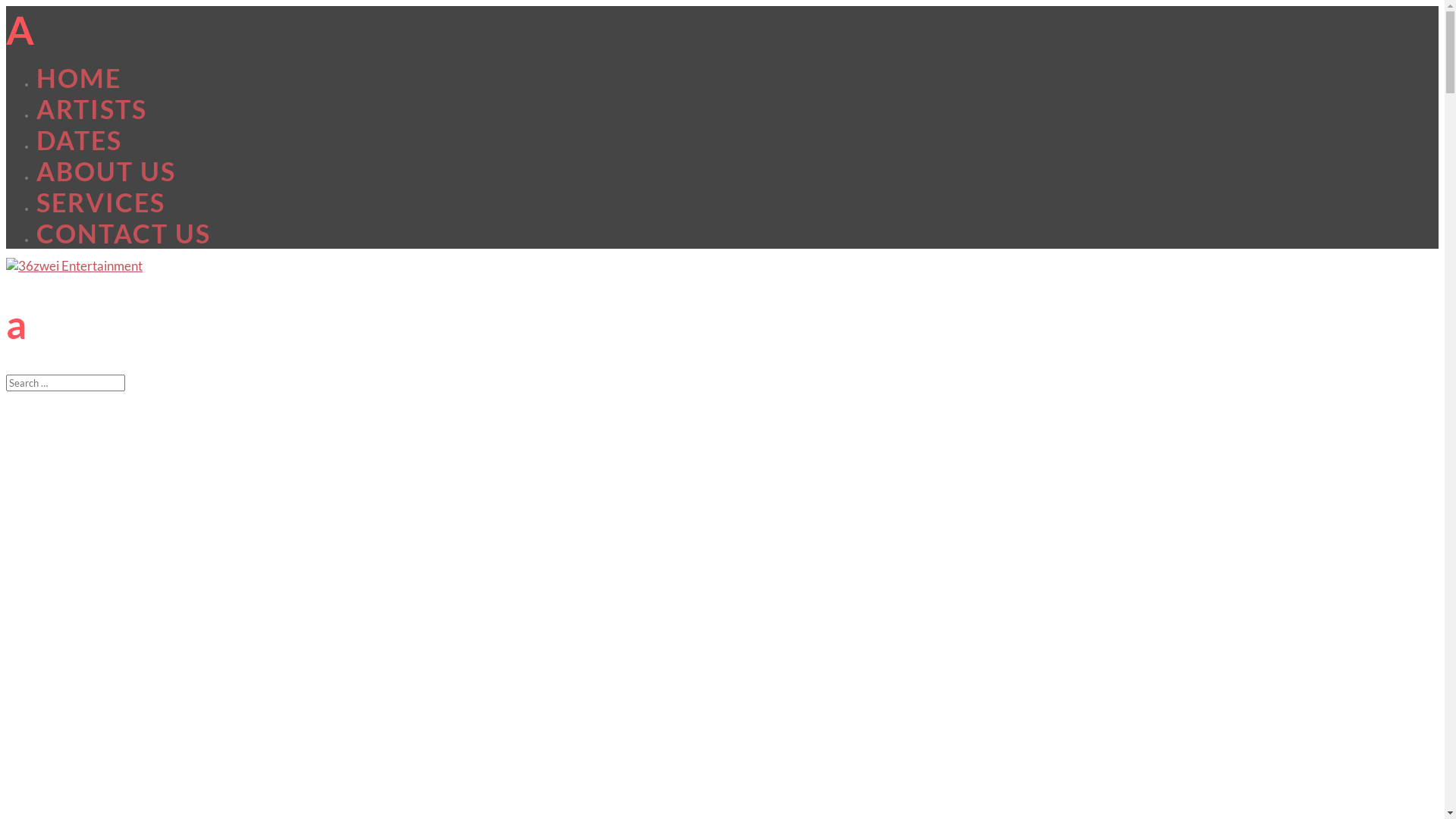 This screenshot has width=1456, height=819. What do you see at coordinates (78, 77) in the screenshot?
I see `'HOME'` at bounding box center [78, 77].